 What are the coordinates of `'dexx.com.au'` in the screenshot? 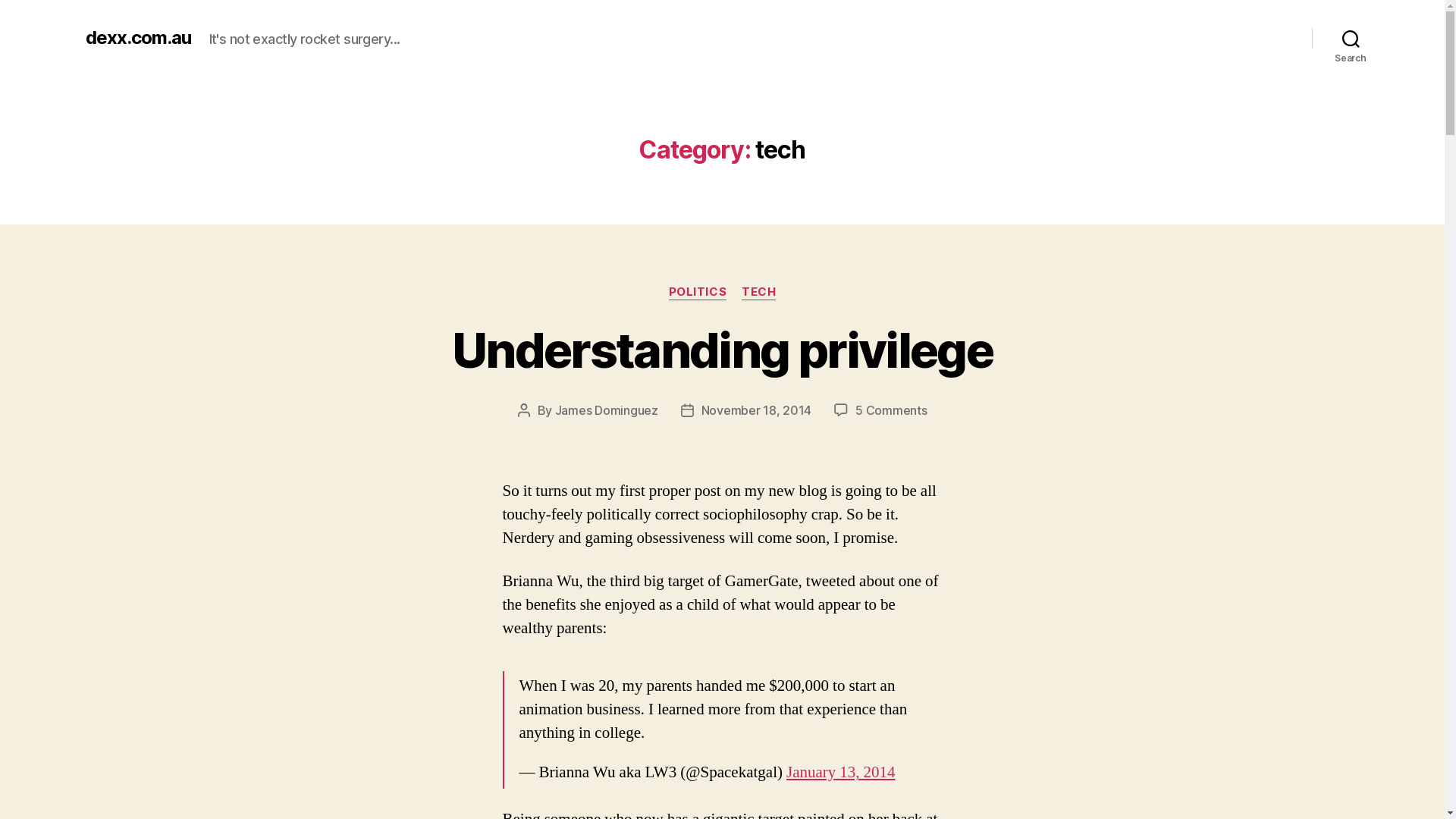 It's located at (83, 37).